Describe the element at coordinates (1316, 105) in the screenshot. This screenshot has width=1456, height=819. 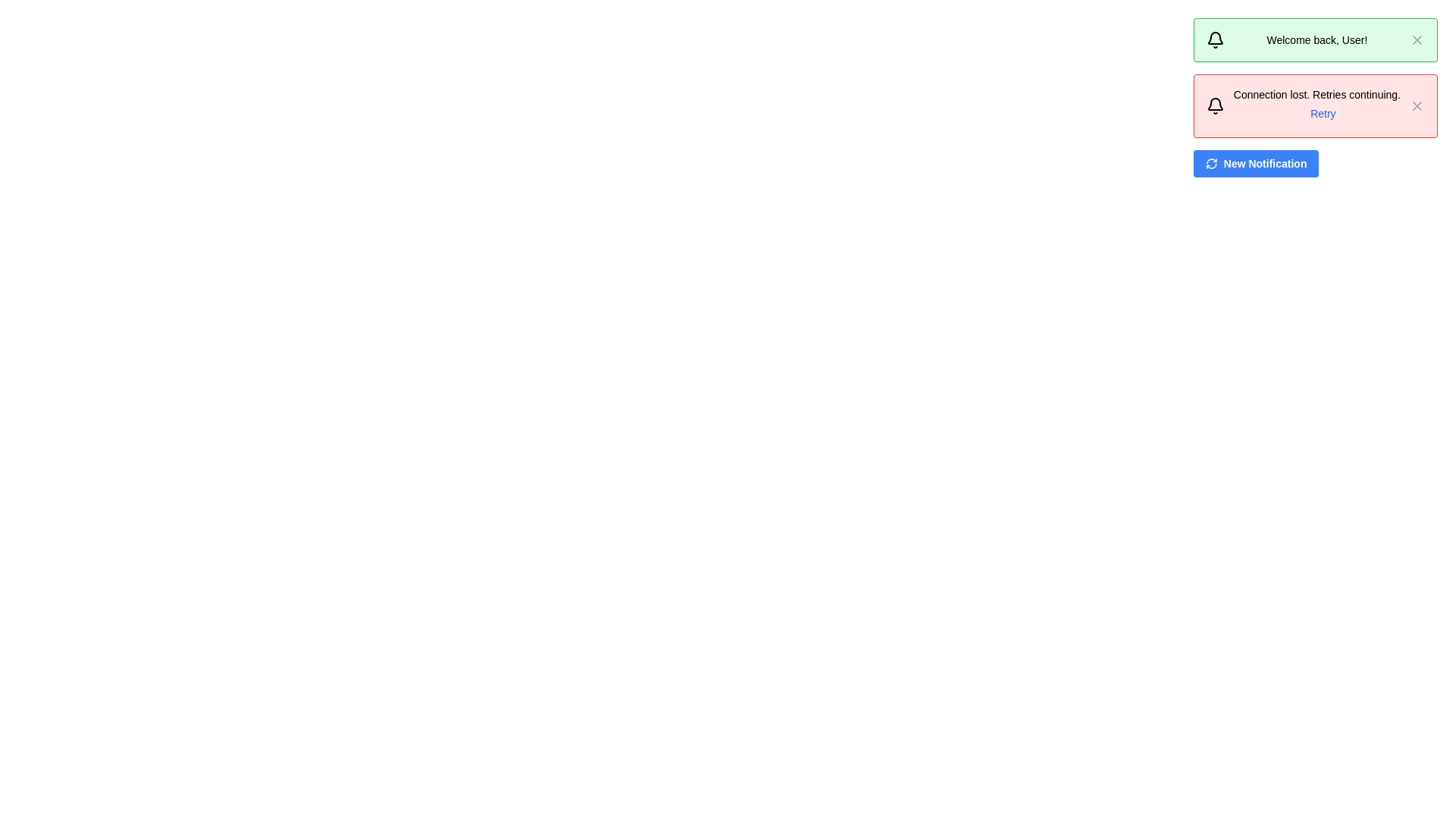
I see `the 'Retry' button in the notification that displays 'Connection lost. Retries continuing.' to observe its hover effects` at that location.